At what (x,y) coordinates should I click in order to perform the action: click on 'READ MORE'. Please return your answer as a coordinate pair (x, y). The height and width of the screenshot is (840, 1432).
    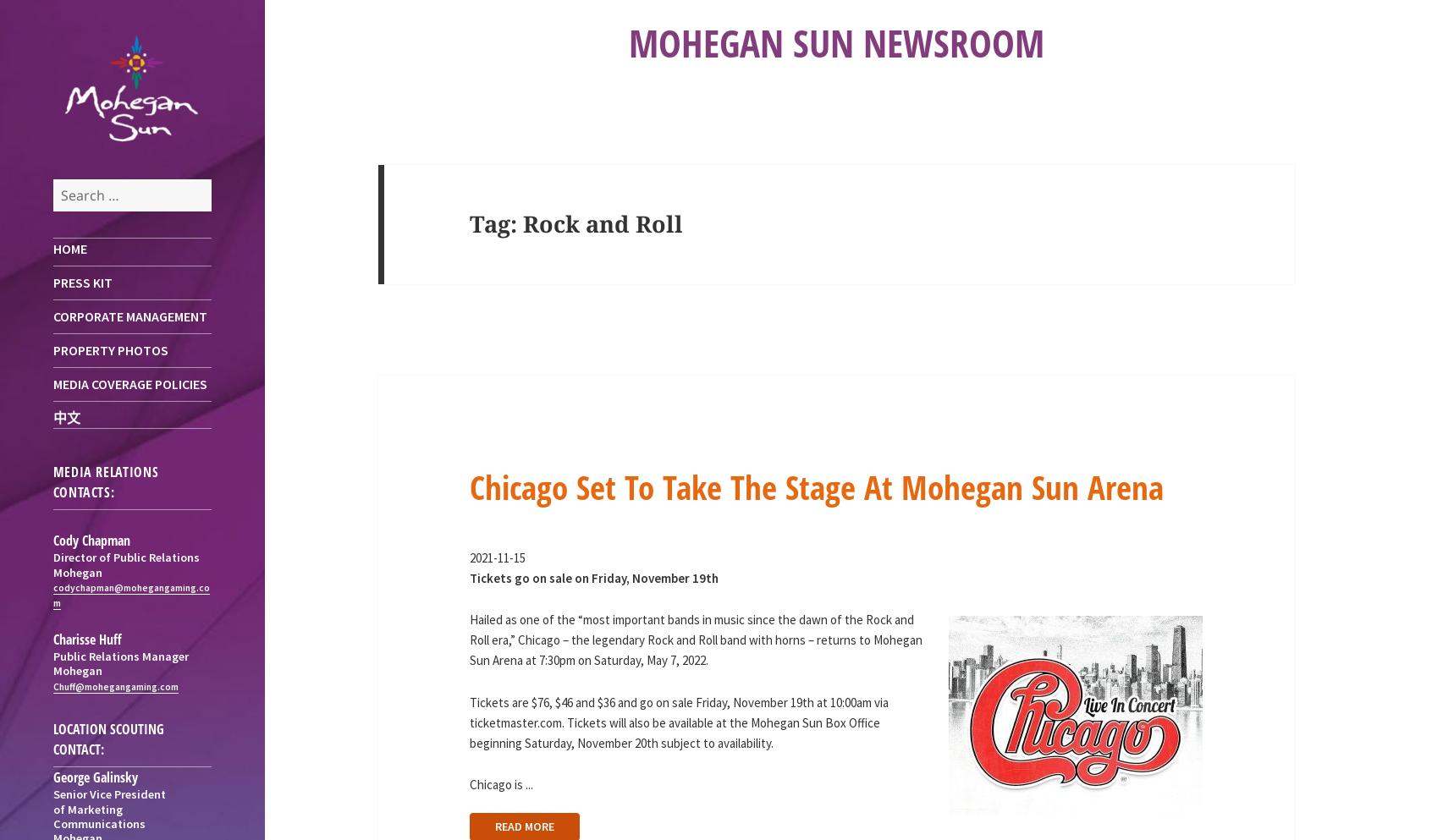
    Looking at the image, I should click on (522, 826).